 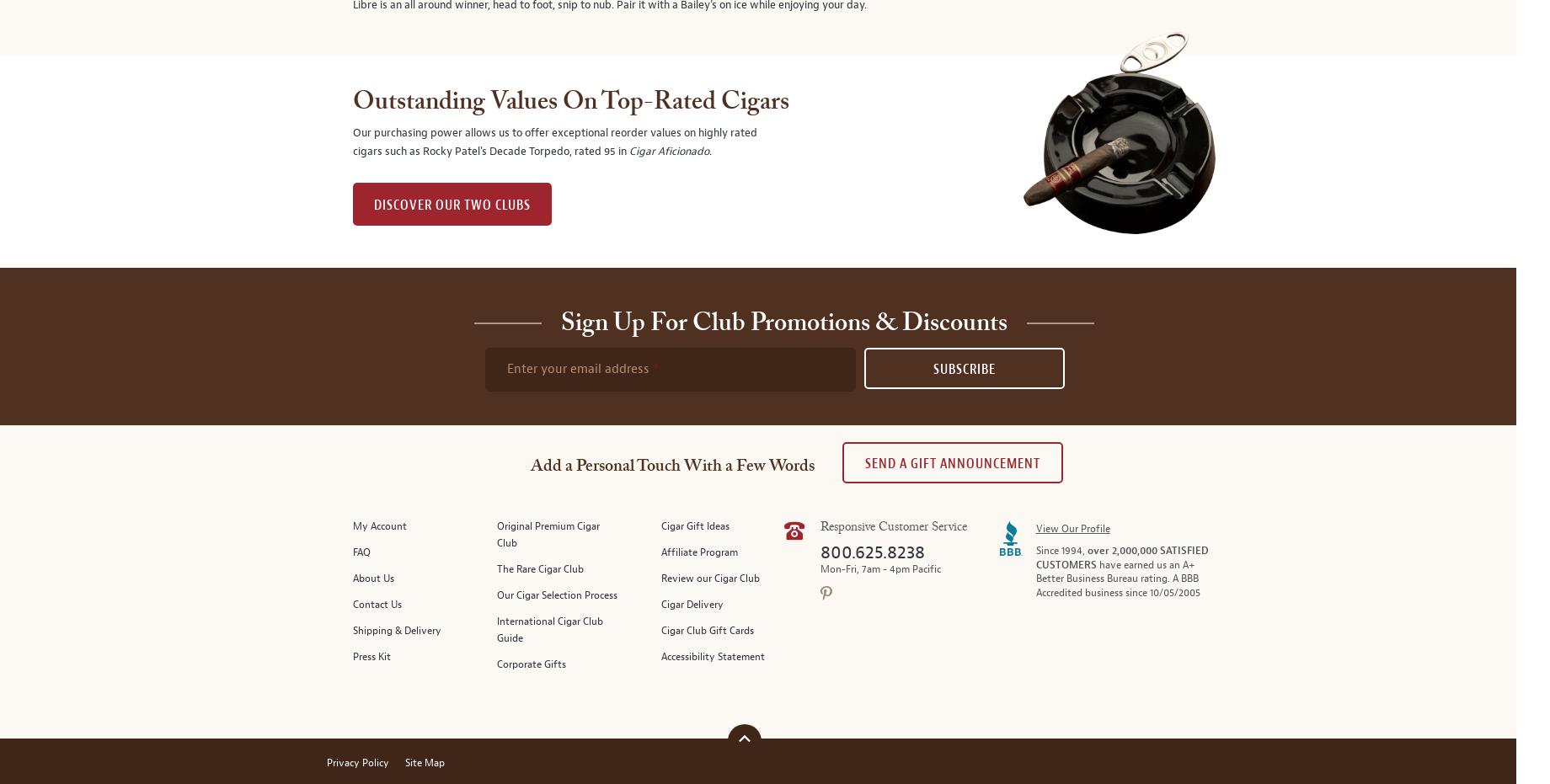 I want to click on 'FAQ', so click(x=361, y=552).